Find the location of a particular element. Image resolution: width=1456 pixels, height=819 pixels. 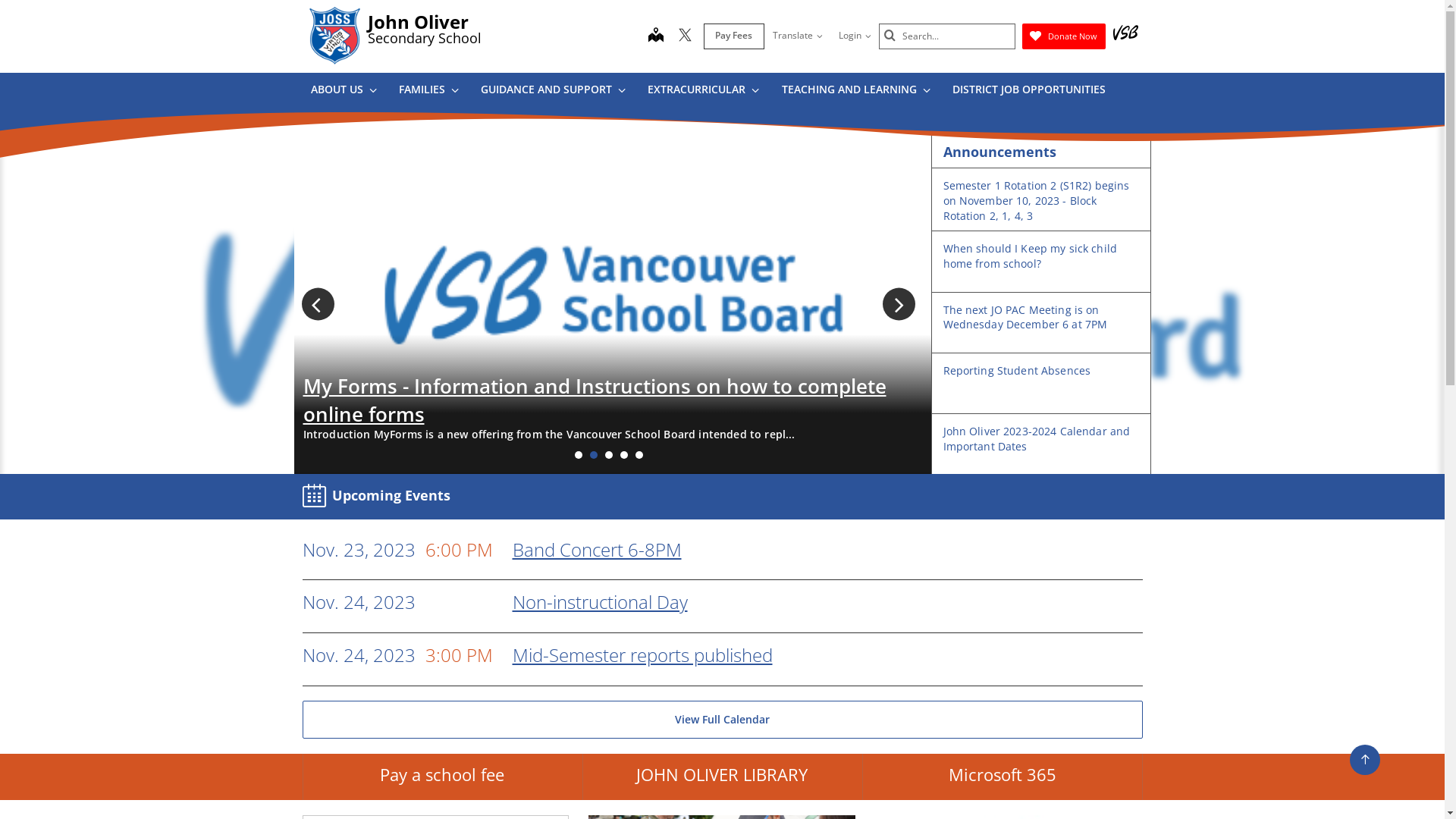

'Go to top' is located at coordinates (1365, 760).